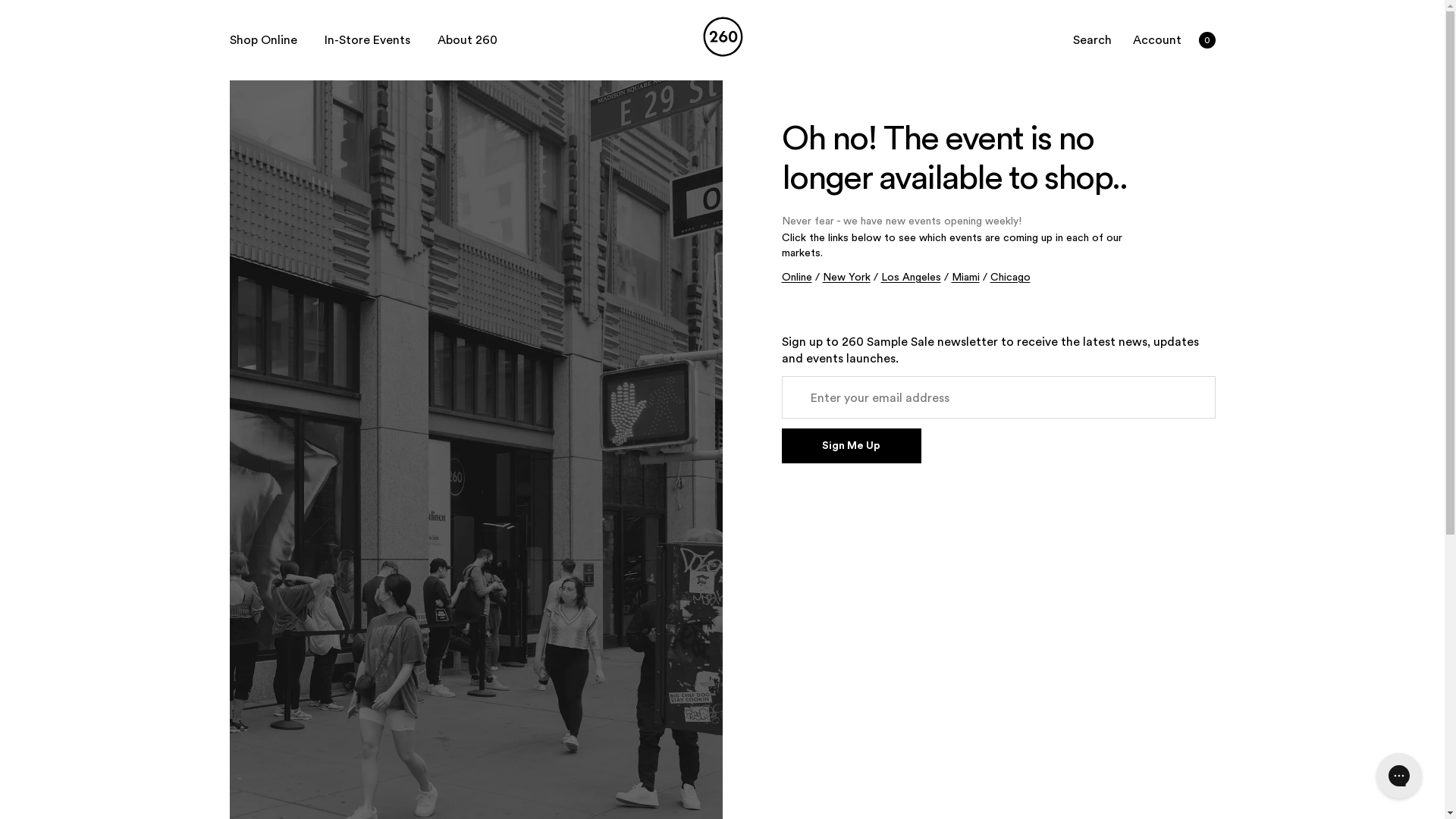 The height and width of the screenshot is (819, 1456). Describe the element at coordinates (1398, 775) in the screenshot. I see `'Gorgias live chat messenger'` at that location.